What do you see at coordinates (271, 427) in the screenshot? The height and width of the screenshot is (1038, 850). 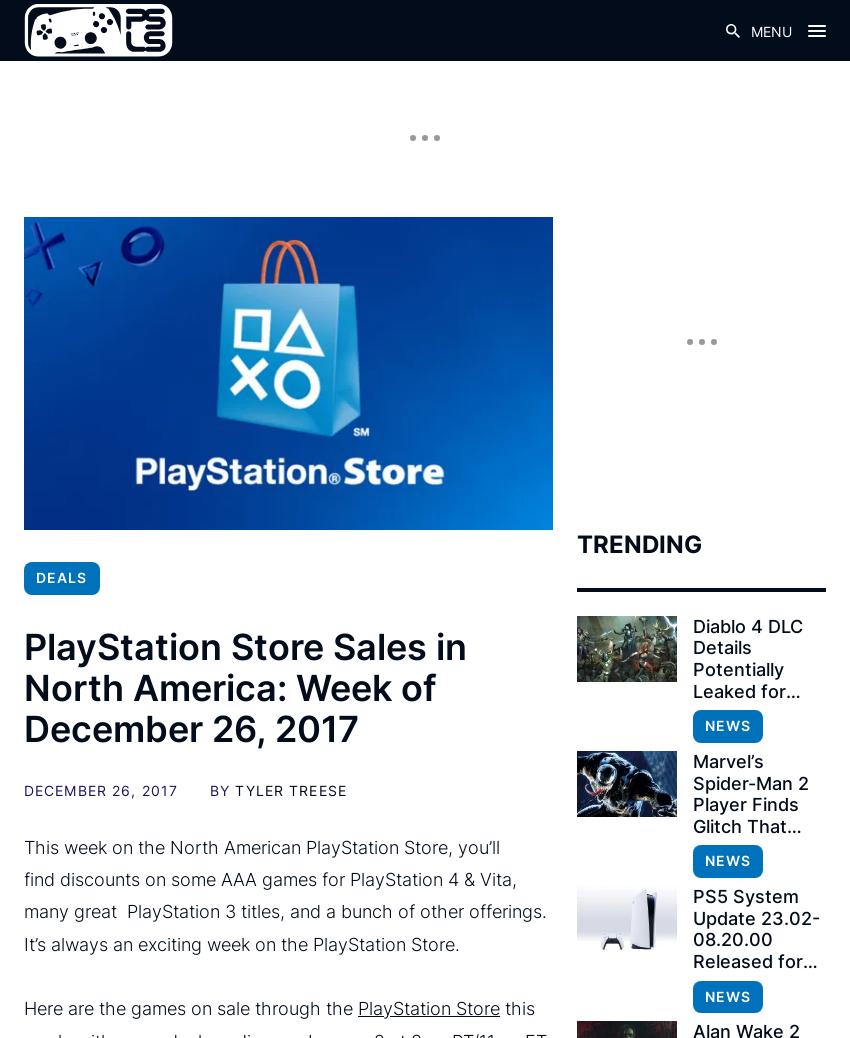 I see `'Day of the Tentacle: Remastered – $5.99'` at bounding box center [271, 427].